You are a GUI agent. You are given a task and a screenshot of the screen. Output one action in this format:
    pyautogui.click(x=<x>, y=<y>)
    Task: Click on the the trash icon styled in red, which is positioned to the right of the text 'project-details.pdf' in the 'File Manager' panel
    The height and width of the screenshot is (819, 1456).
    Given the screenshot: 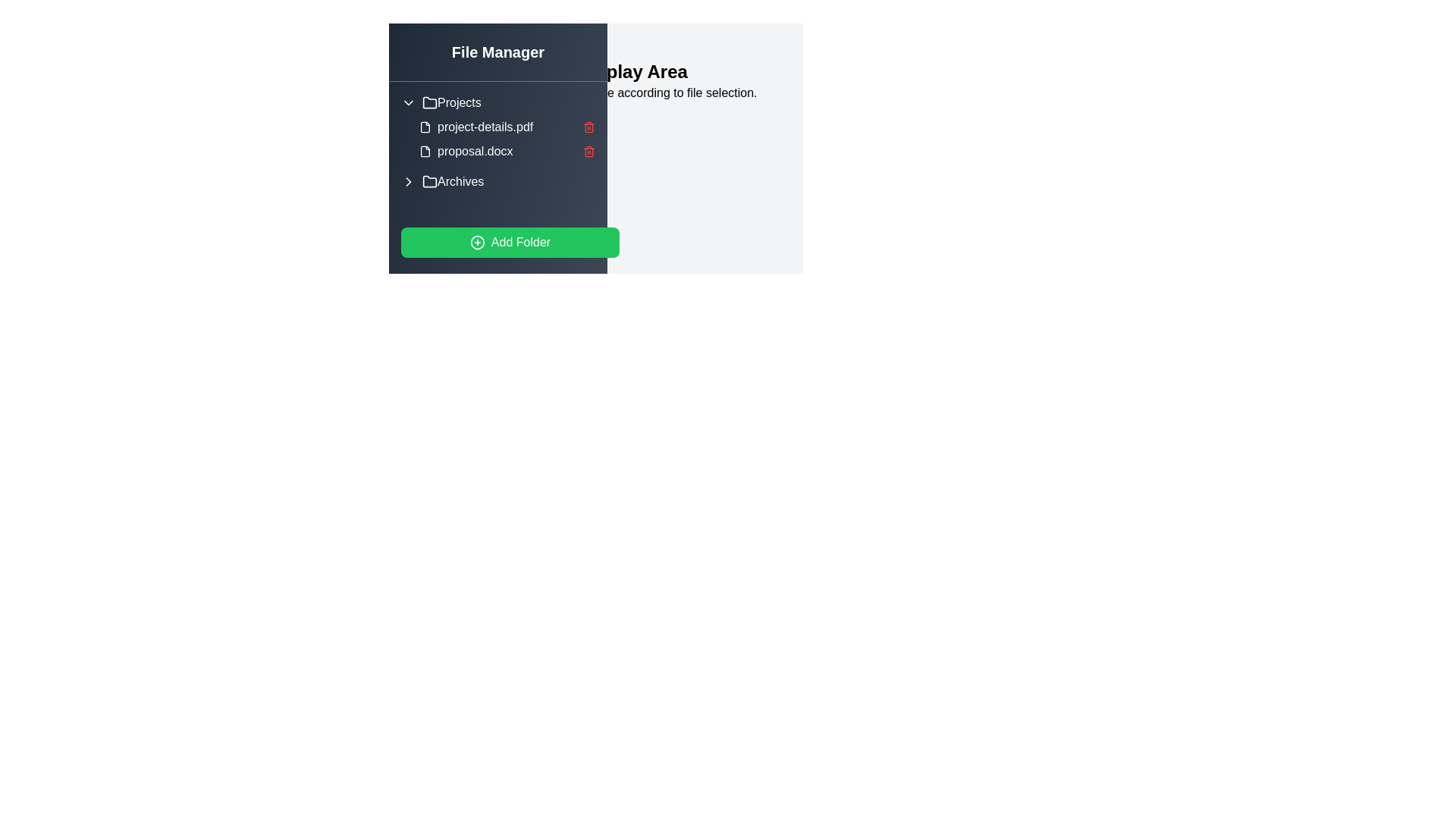 What is the action you would take?
    pyautogui.click(x=588, y=127)
    